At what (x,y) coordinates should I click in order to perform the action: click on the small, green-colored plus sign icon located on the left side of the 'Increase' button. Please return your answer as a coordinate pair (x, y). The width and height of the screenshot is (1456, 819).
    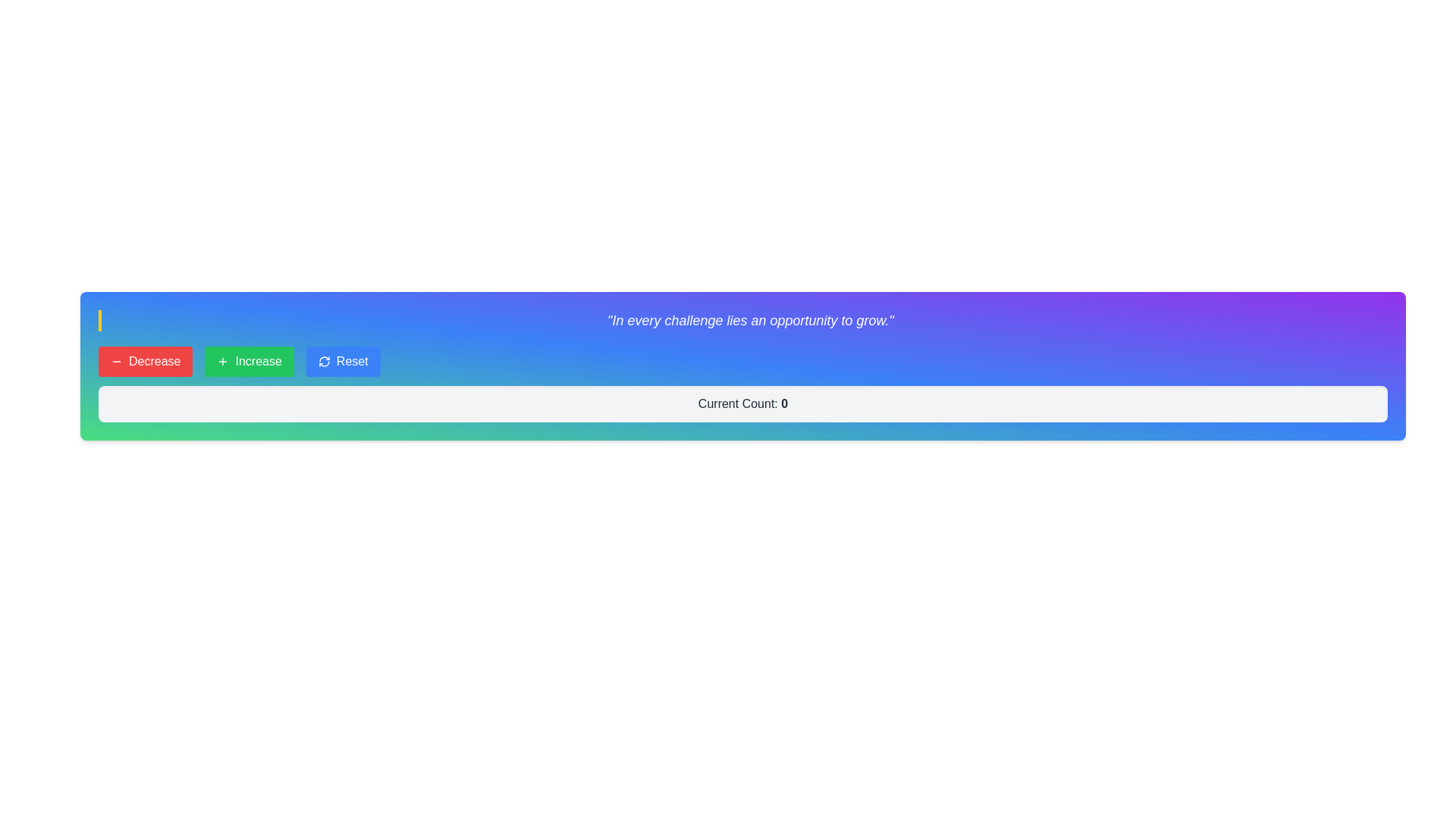
    Looking at the image, I should click on (222, 362).